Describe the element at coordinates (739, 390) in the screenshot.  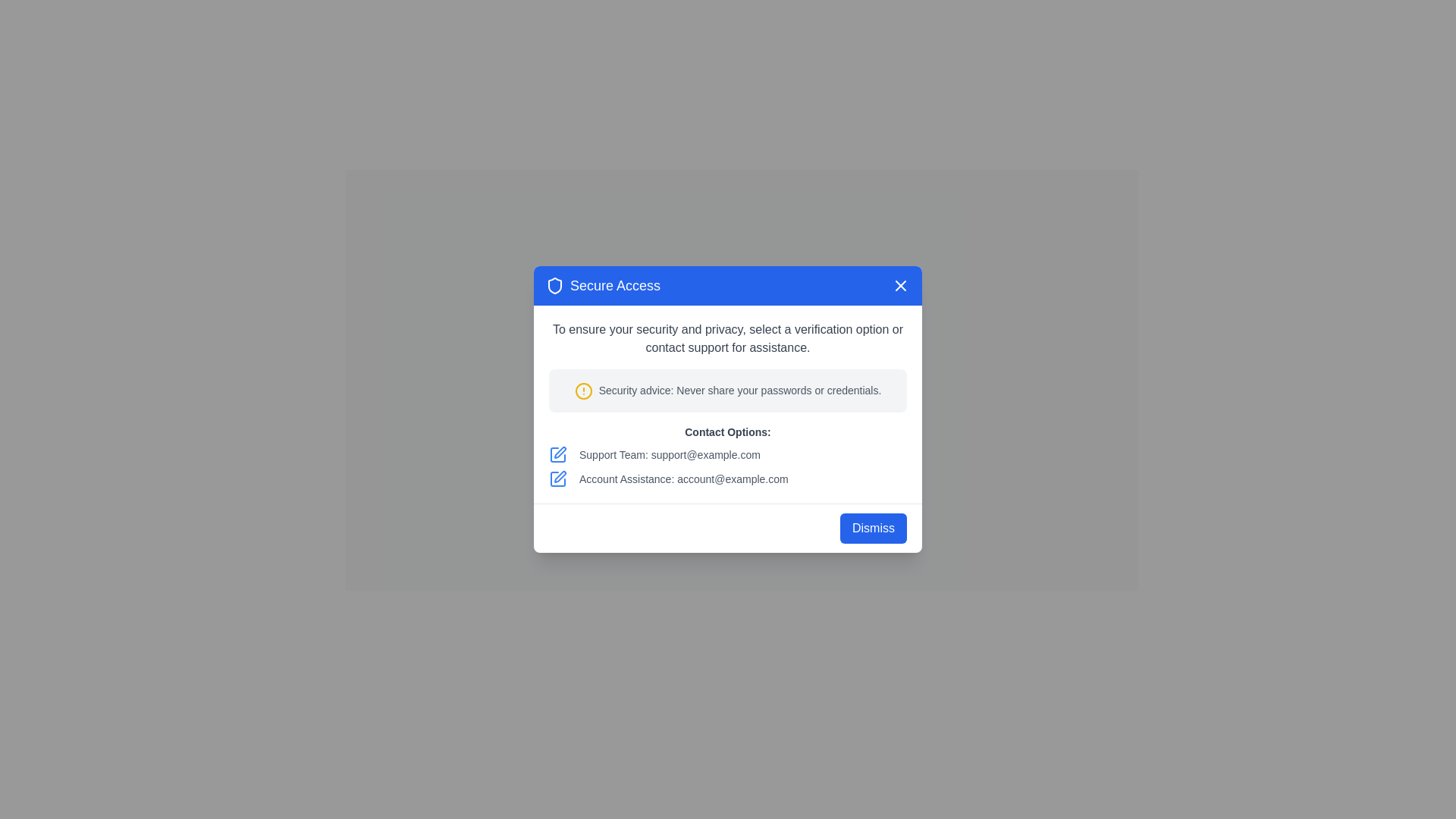
I see `the static text that reads 'Security advice: Never share your passwords or credentials.' displayed in a grey box with rounded corners, positioned beneath the 'Secure Access' header` at that location.